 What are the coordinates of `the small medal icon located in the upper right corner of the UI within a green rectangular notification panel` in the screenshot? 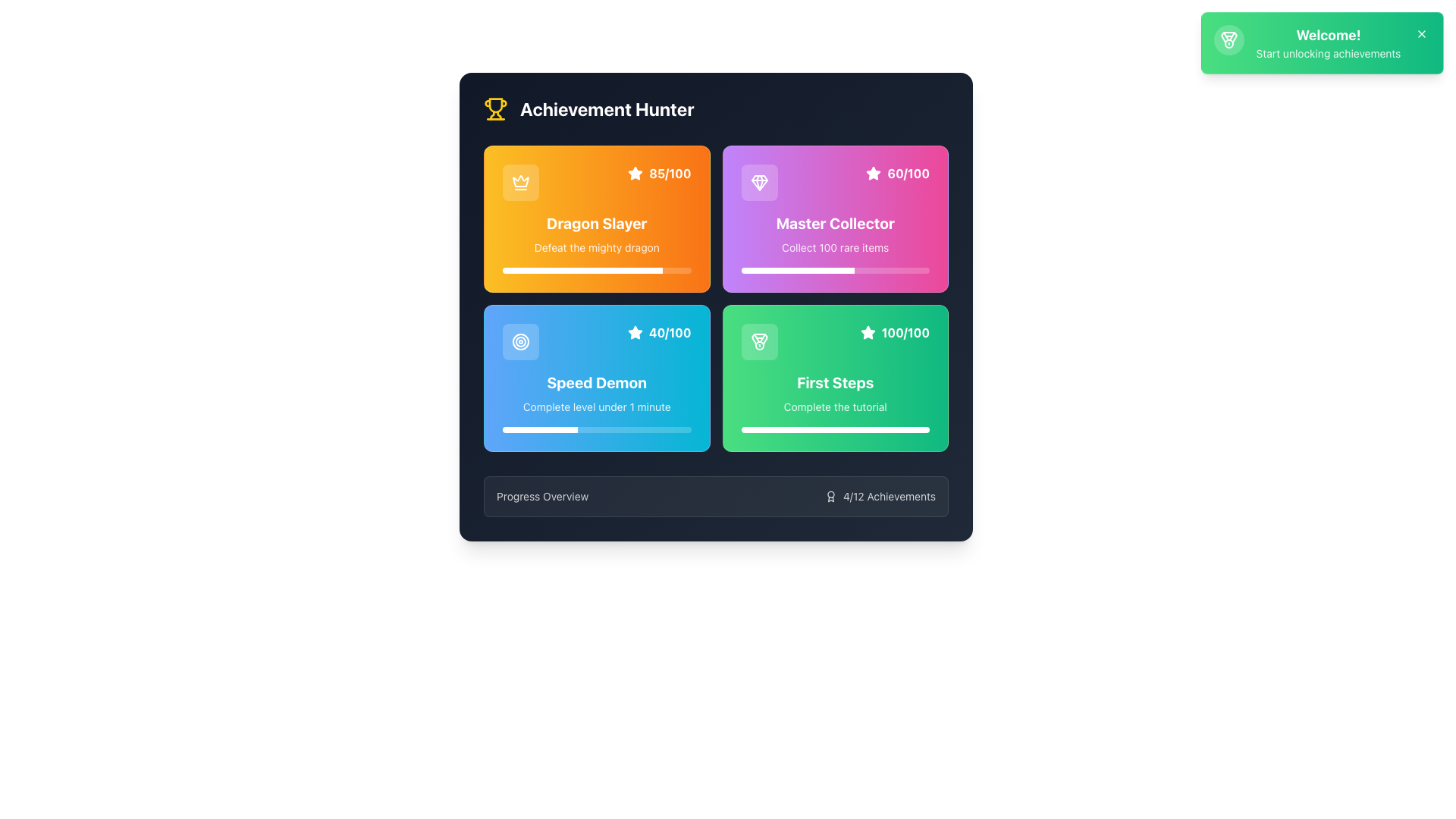 It's located at (1229, 39).